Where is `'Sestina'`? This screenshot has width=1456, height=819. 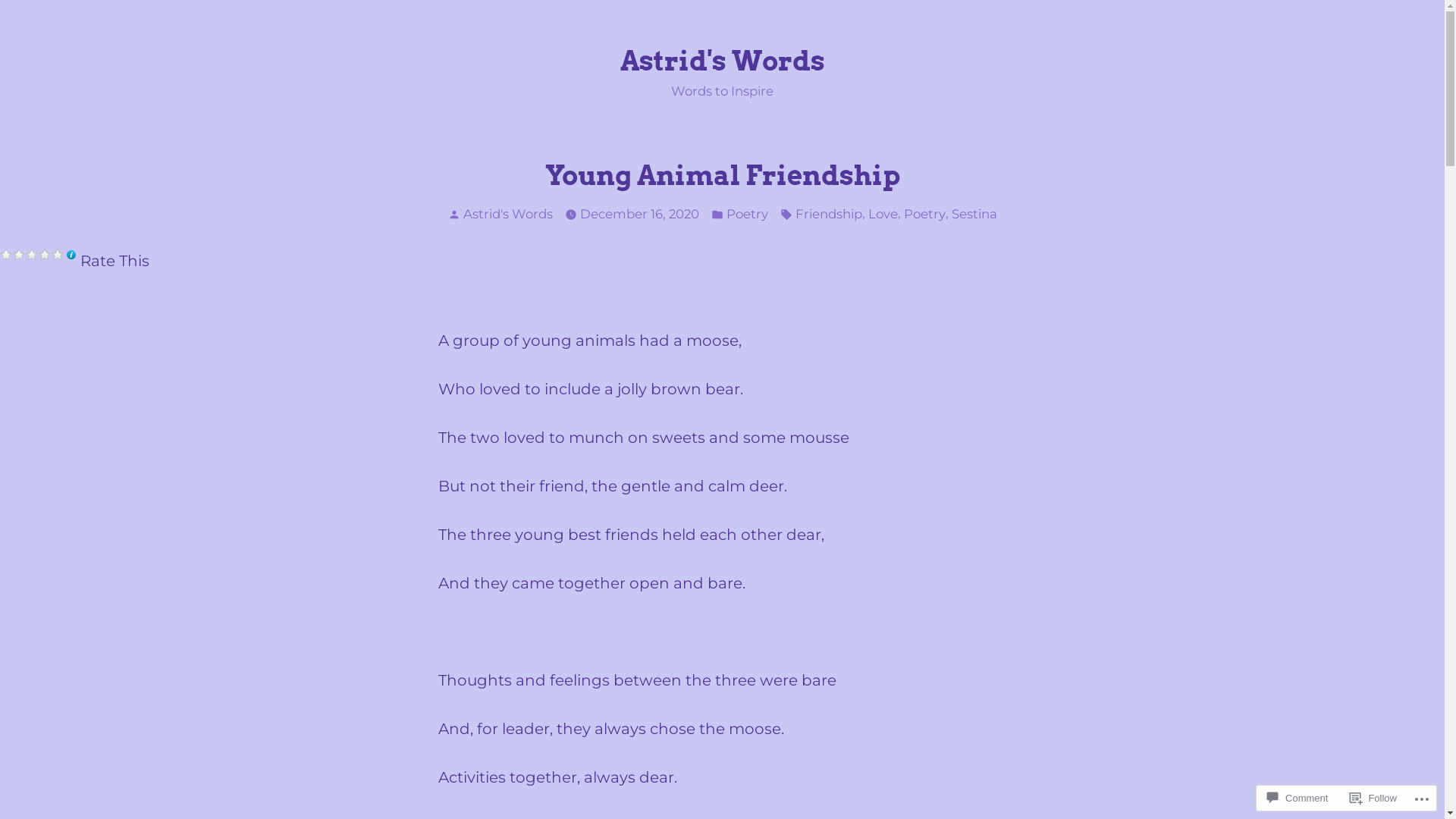
'Sestina' is located at coordinates (973, 214).